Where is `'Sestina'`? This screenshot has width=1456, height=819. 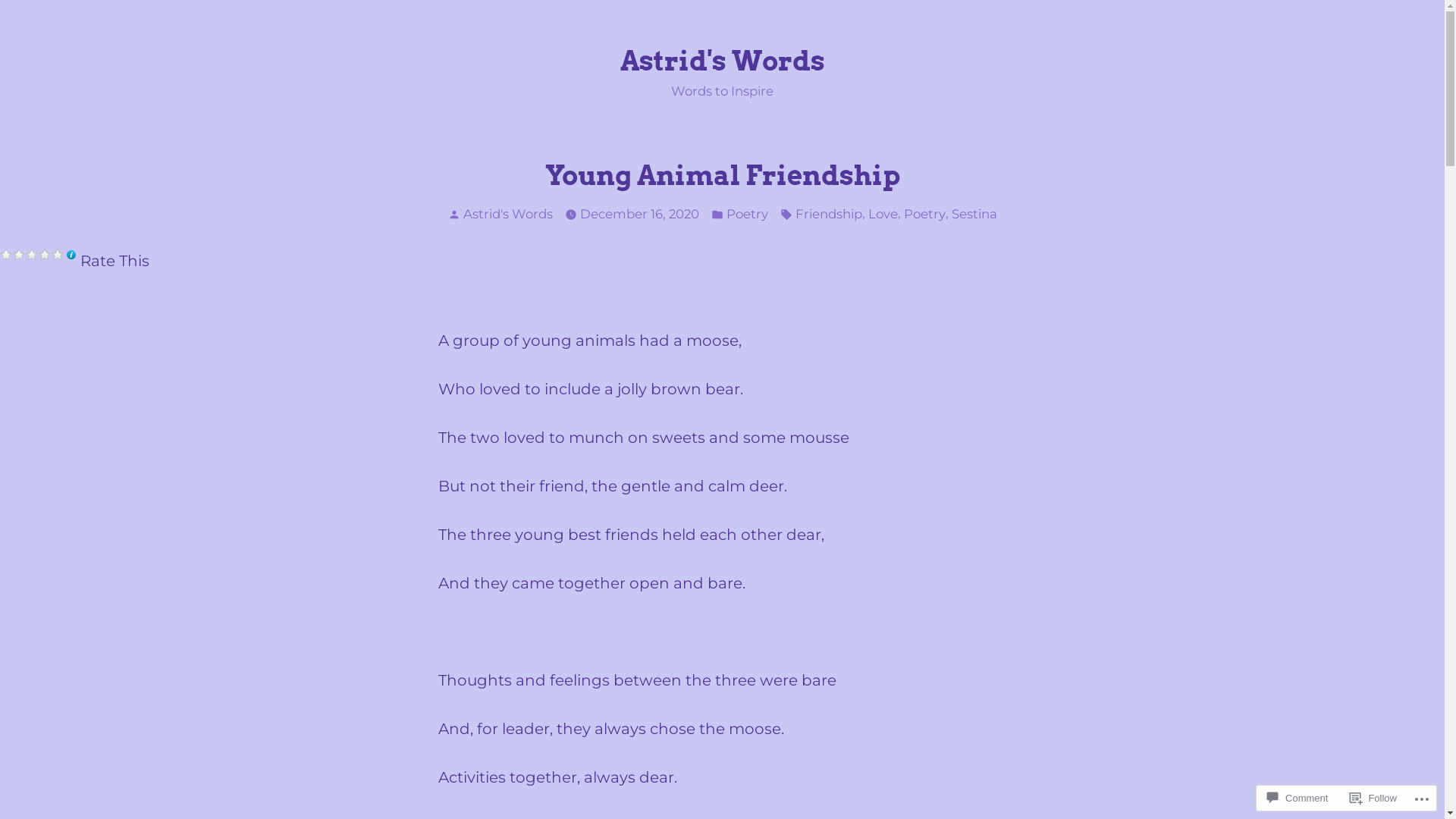
'Sestina' is located at coordinates (973, 214).